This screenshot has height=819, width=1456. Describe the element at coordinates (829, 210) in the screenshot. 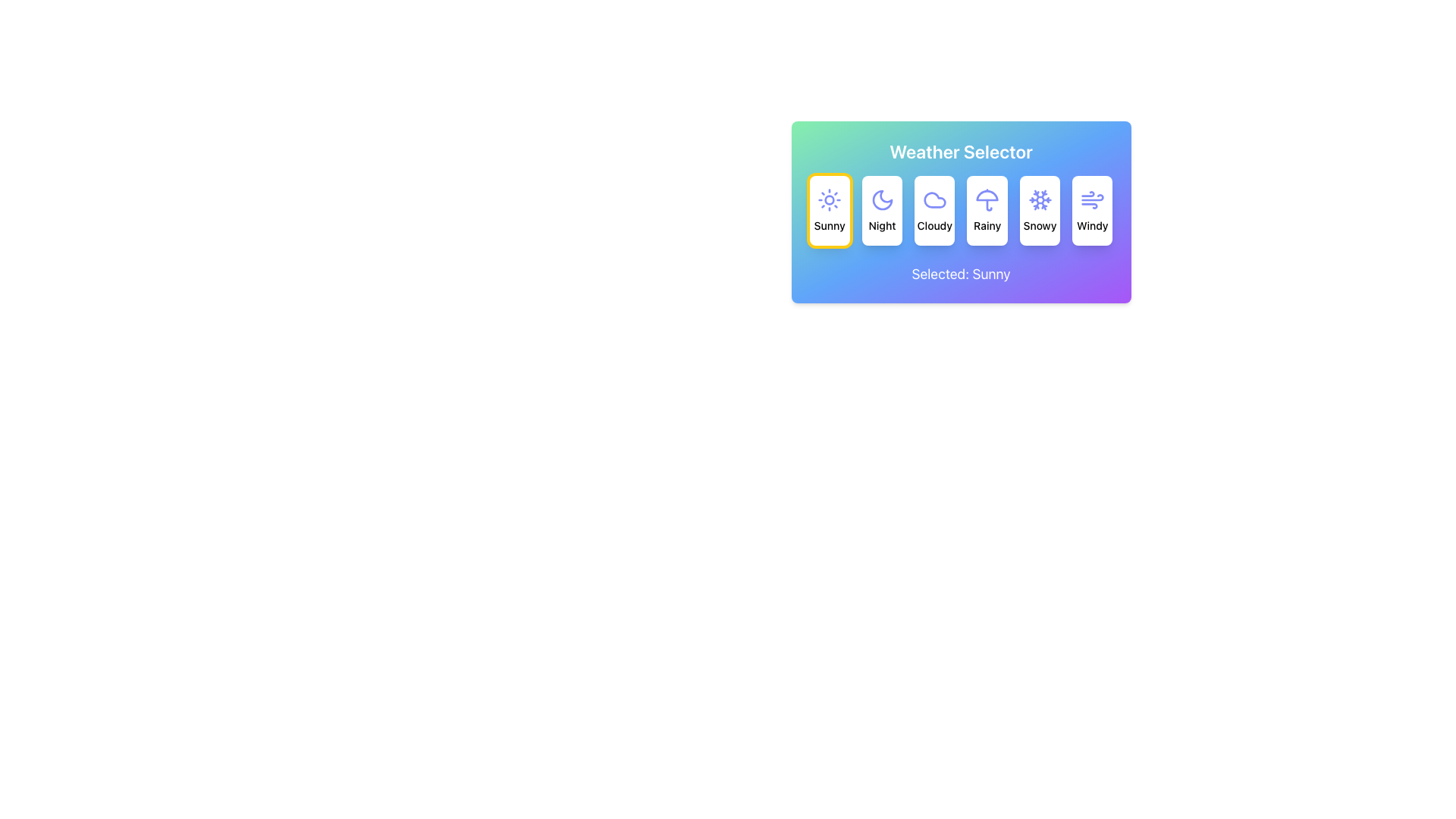

I see `the first button in the horizontal grid` at that location.